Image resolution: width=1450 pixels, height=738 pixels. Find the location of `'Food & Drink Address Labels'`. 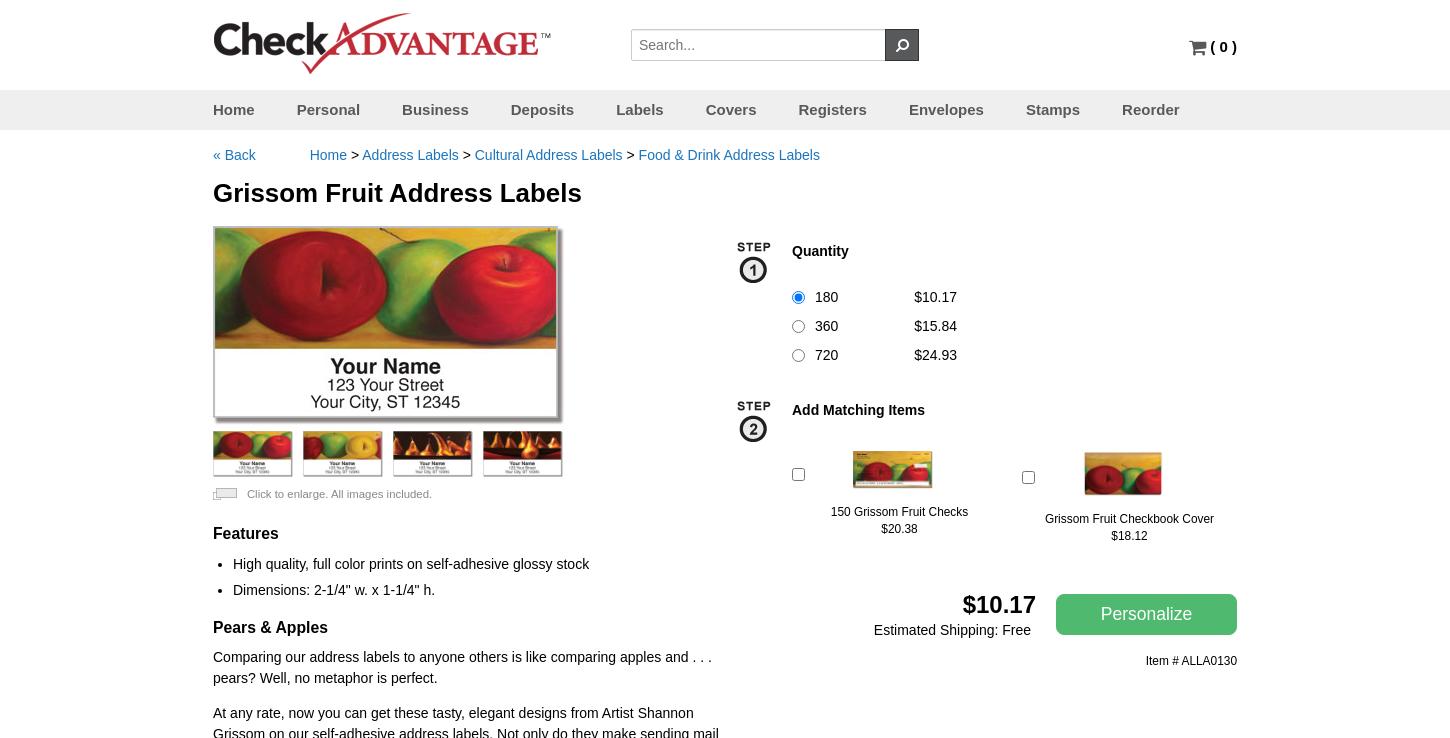

'Food & Drink Address Labels' is located at coordinates (728, 153).